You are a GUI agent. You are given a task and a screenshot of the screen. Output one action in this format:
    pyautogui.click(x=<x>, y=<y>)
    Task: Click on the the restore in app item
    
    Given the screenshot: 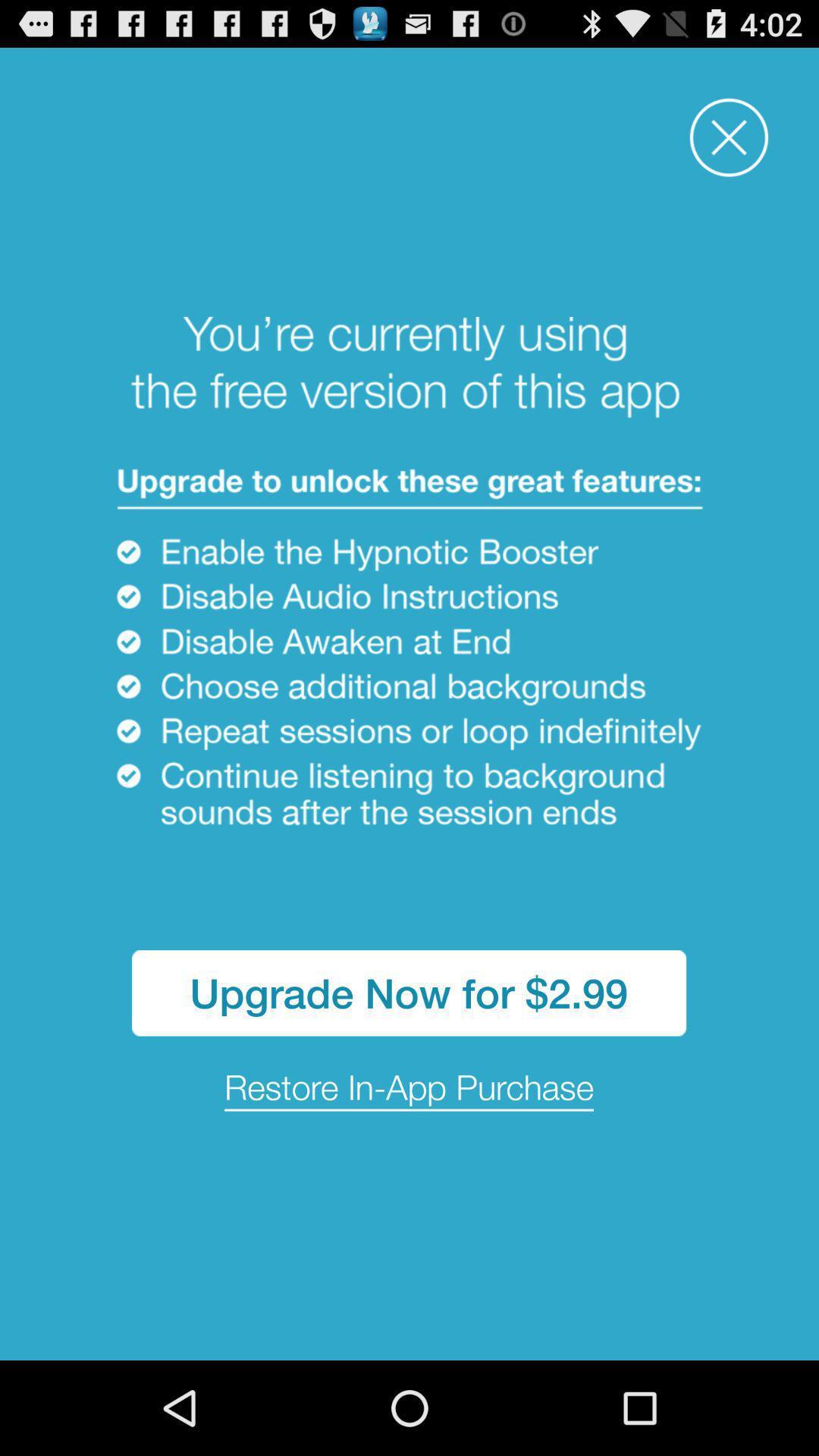 What is the action you would take?
    pyautogui.click(x=408, y=1087)
    